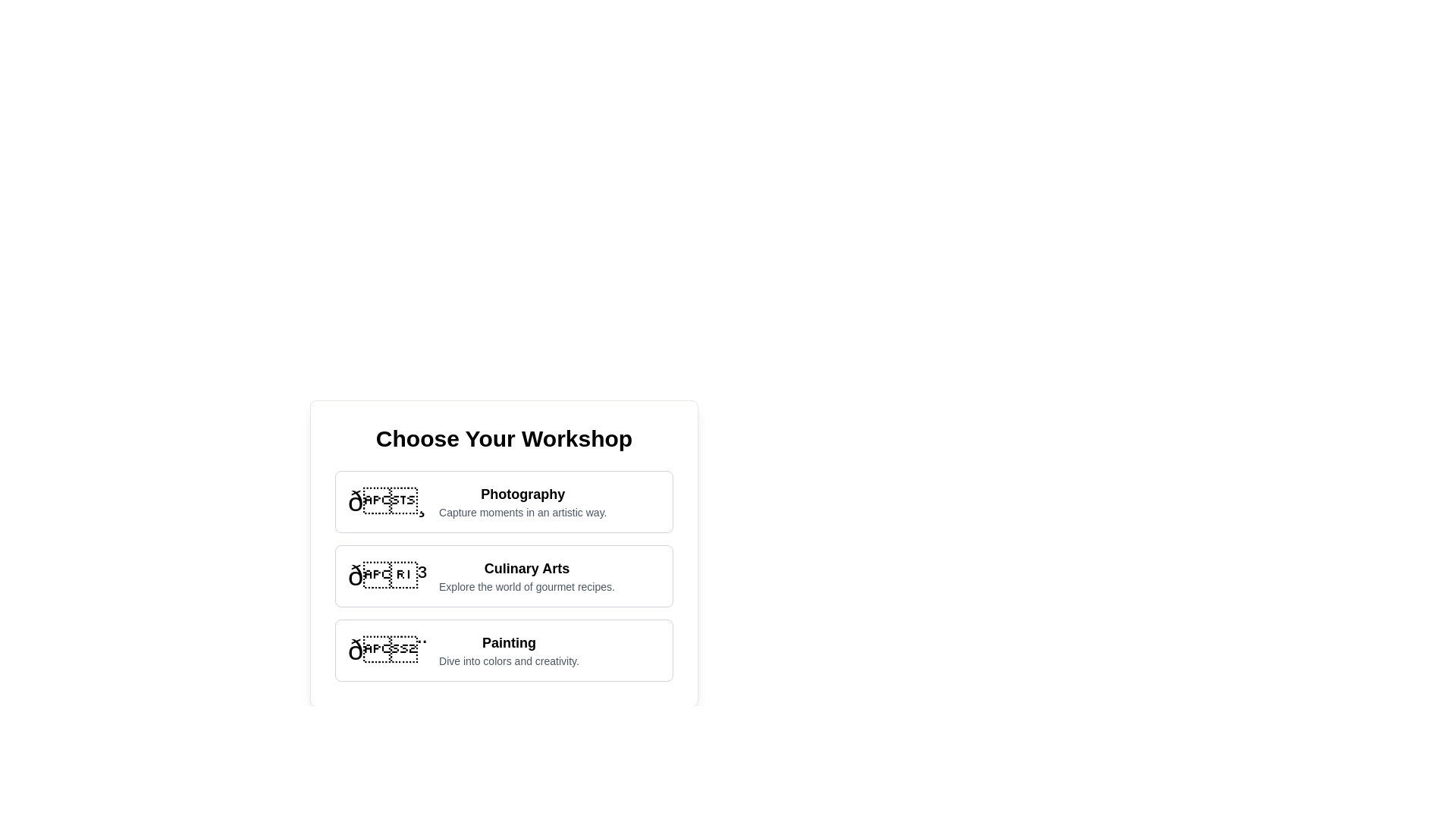 The height and width of the screenshot is (819, 1456). I want to click on the Text Display element that serves as a descriptive title and subtitle for the 'Photography' option in the list of workshops under 'Choose Your Workshop.', so click(522, 502).